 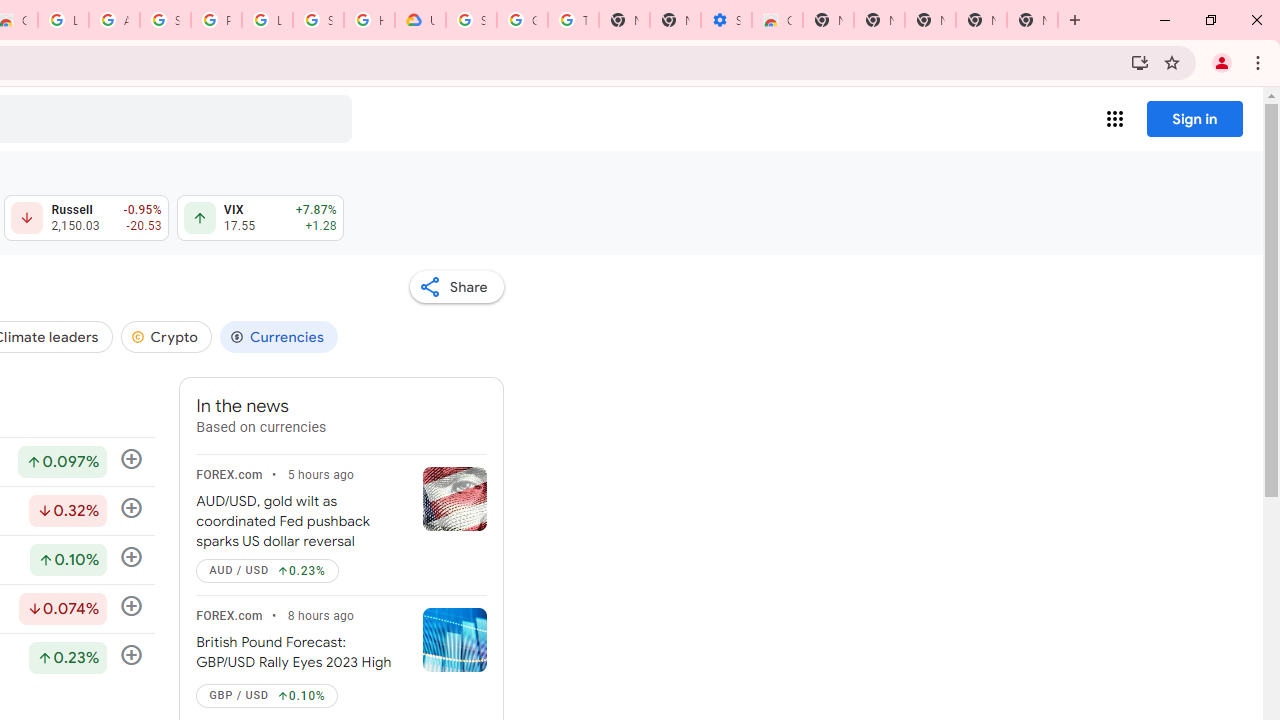 What do you see at coordinates (1032, 20) in the screenshot?
I see `'New Tab'` at bounding box center [1032, 20].